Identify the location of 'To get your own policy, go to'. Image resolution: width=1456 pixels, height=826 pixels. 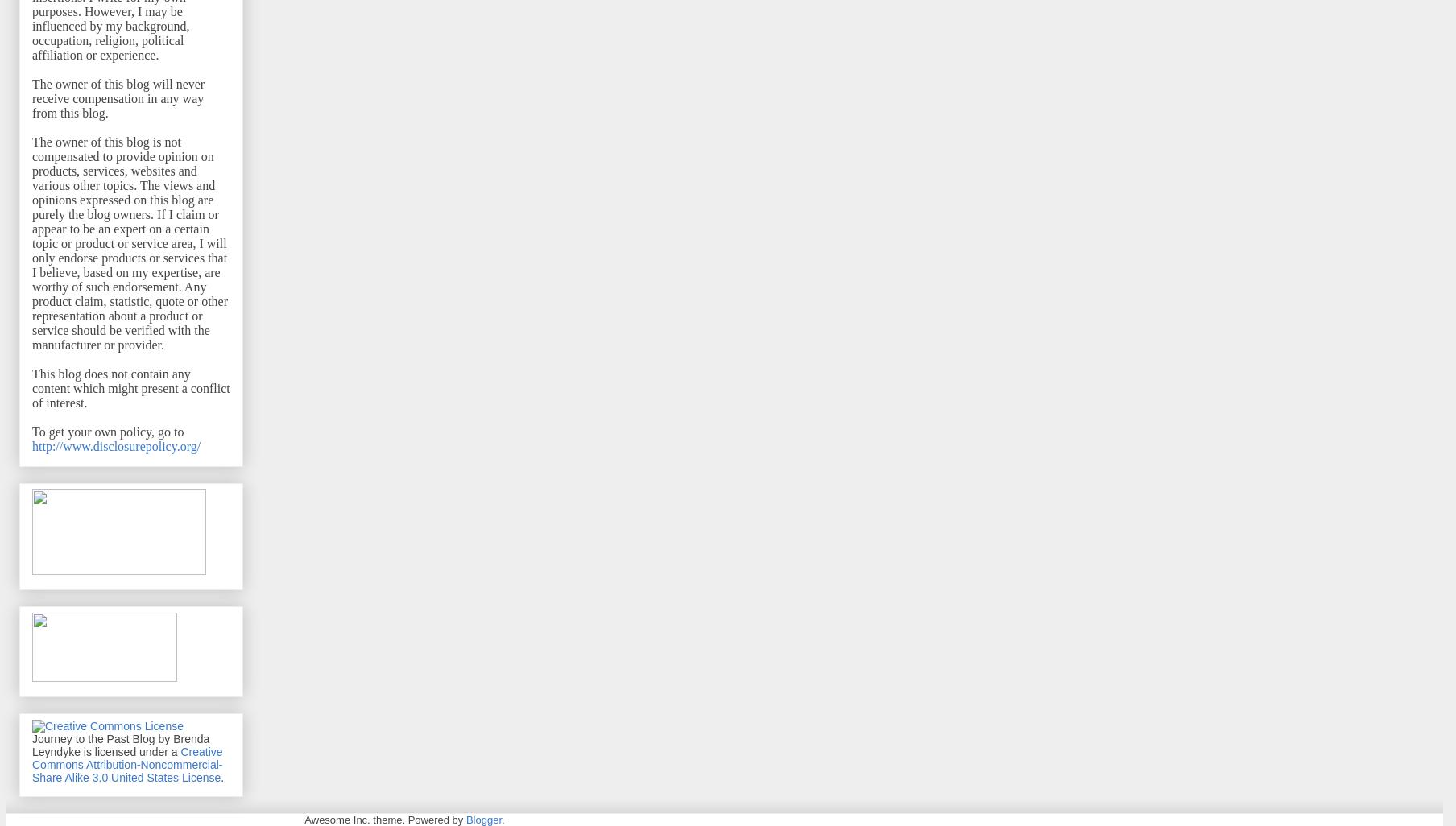
(106, 431).